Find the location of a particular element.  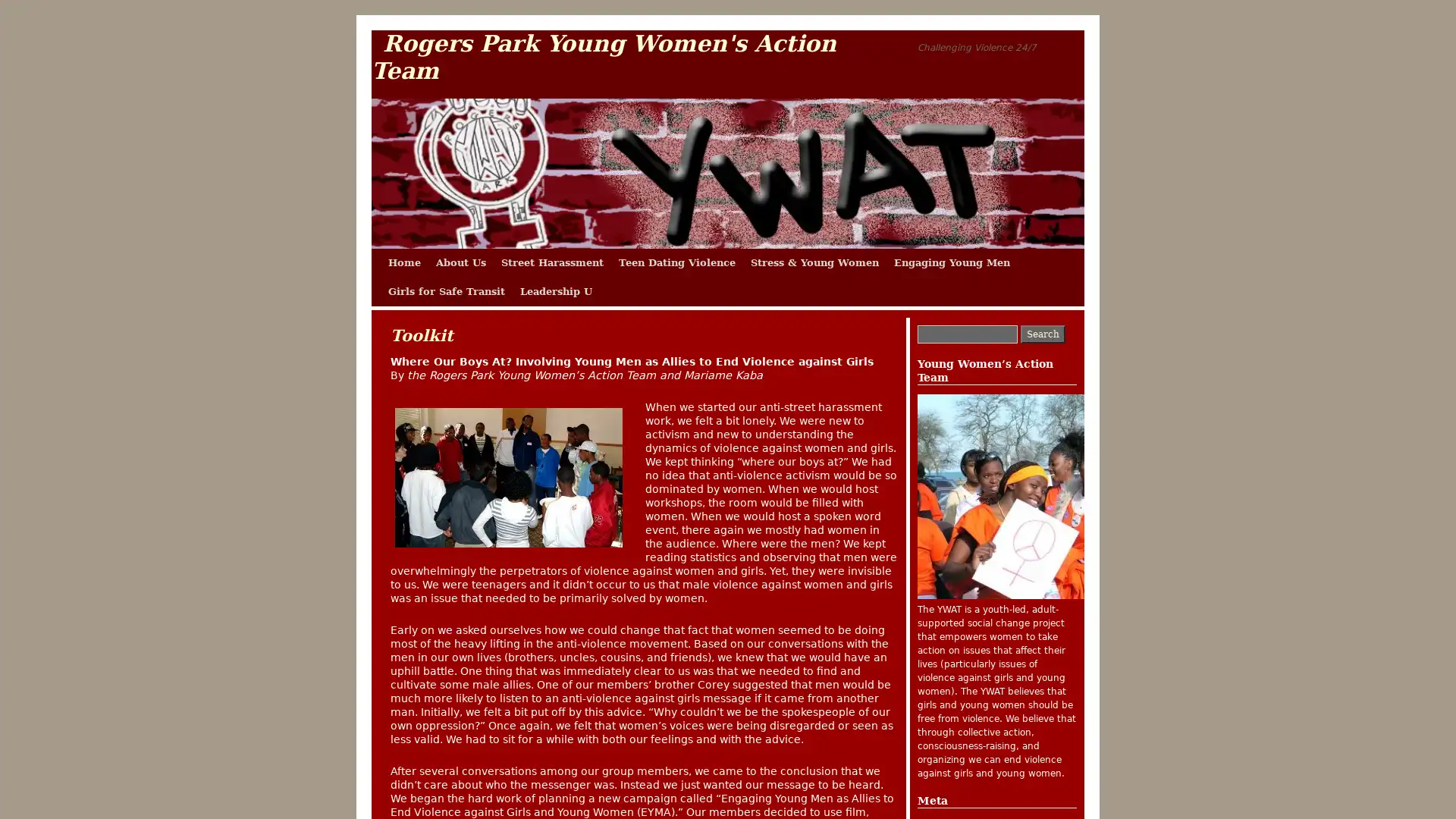

Search is located at coordinates (1042, 333).